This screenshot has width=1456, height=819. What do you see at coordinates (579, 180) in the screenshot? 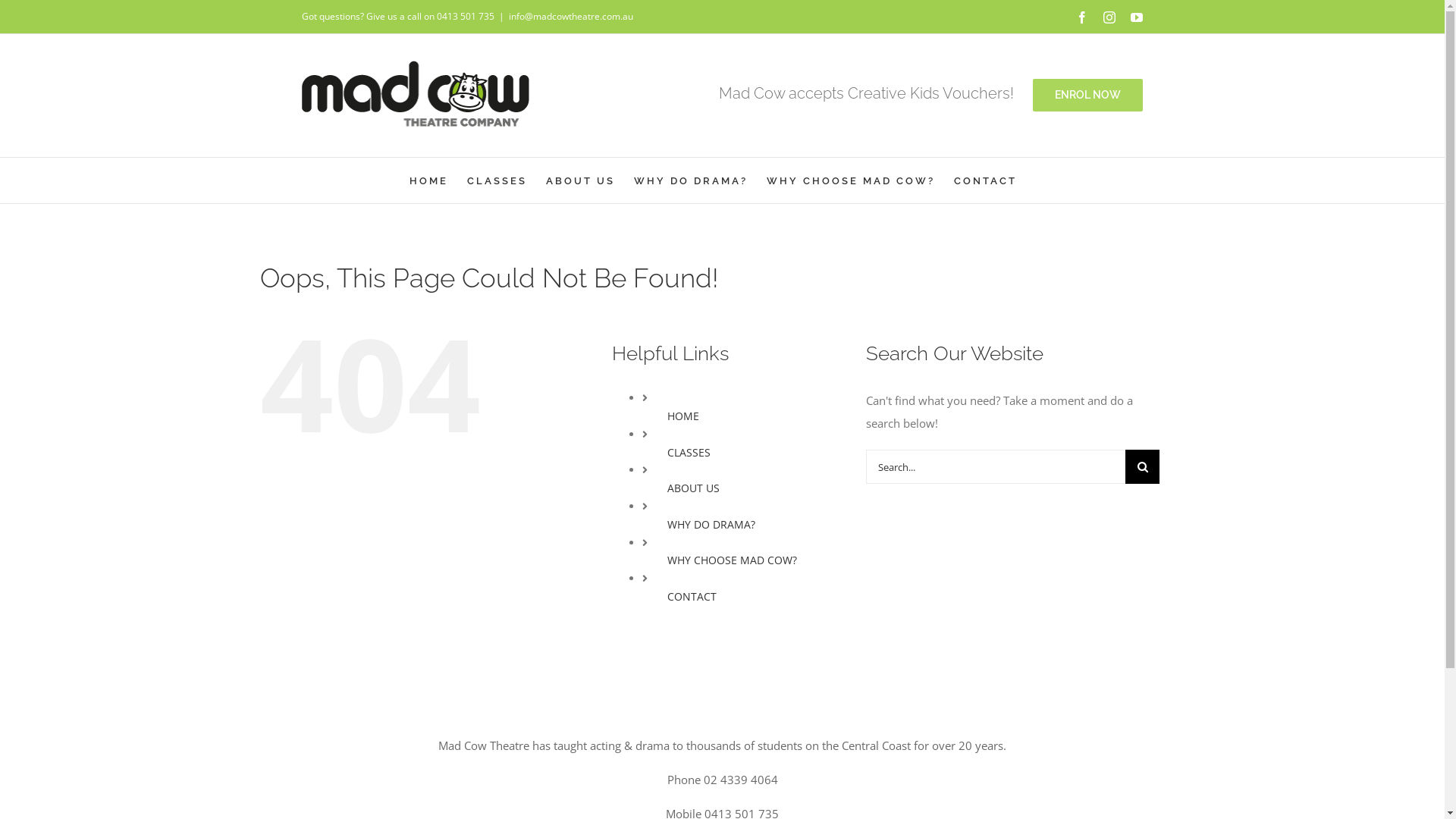
I see `'ABOUT US'` at bounding box center [579, 180].